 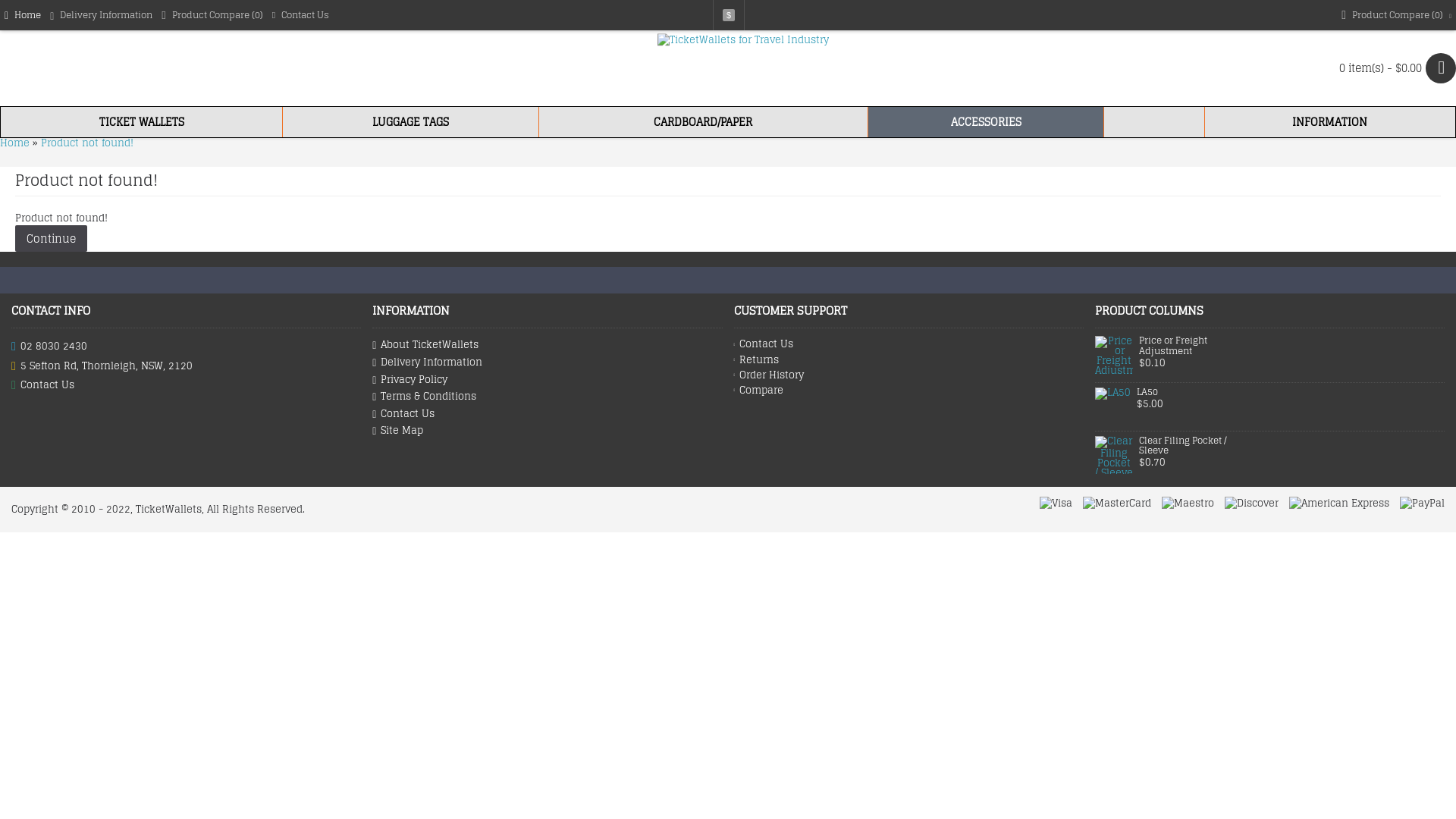 I want to click on 'Clear Filing Pocket / Sleeve', so click(x=1113, y=454).